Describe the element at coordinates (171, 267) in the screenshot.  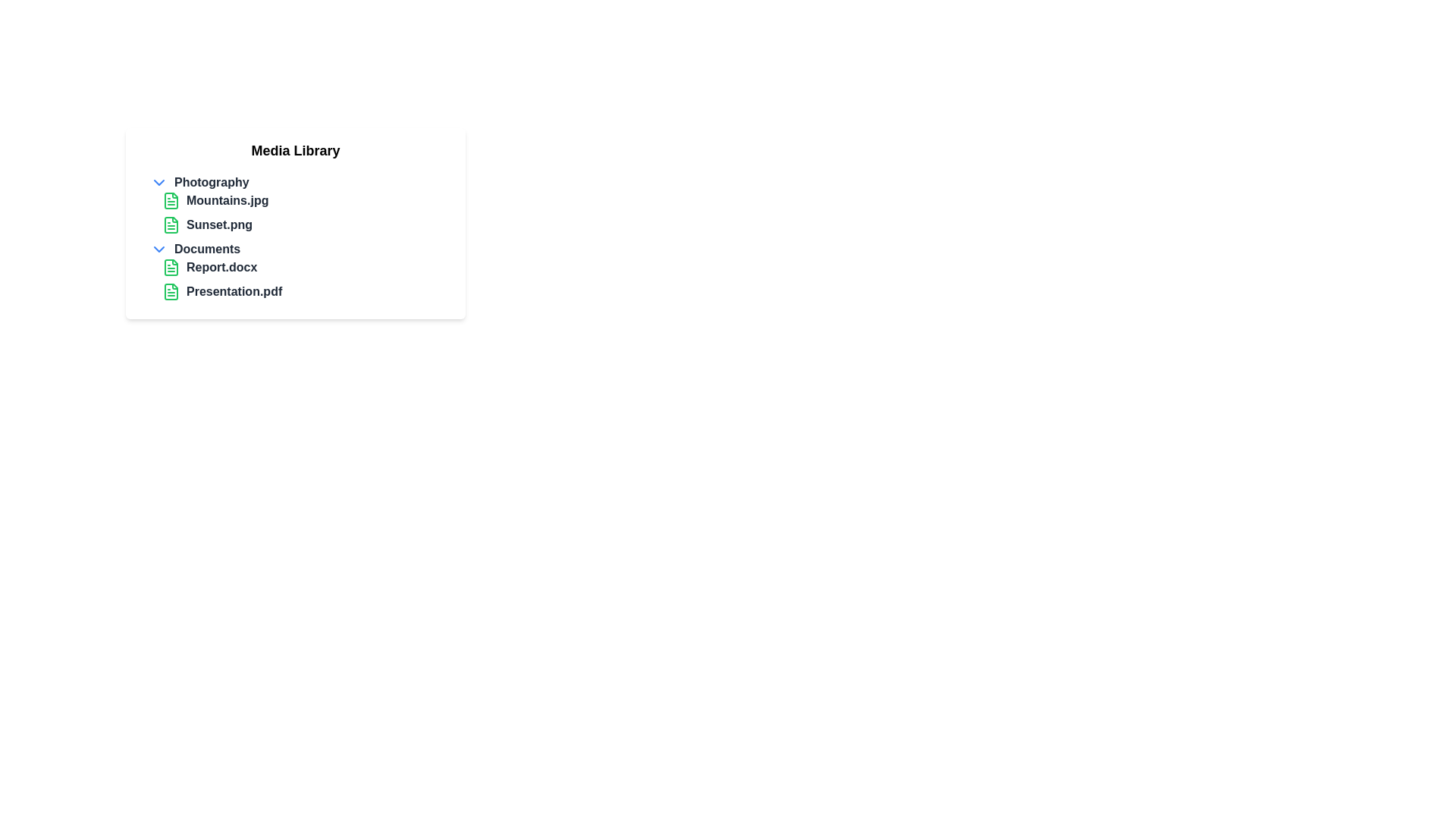
I see `the green-colored document file icon located to the left of the text 'Report.docx' in the 'Documents' subgroup of the 'Media Library' section` at that location.